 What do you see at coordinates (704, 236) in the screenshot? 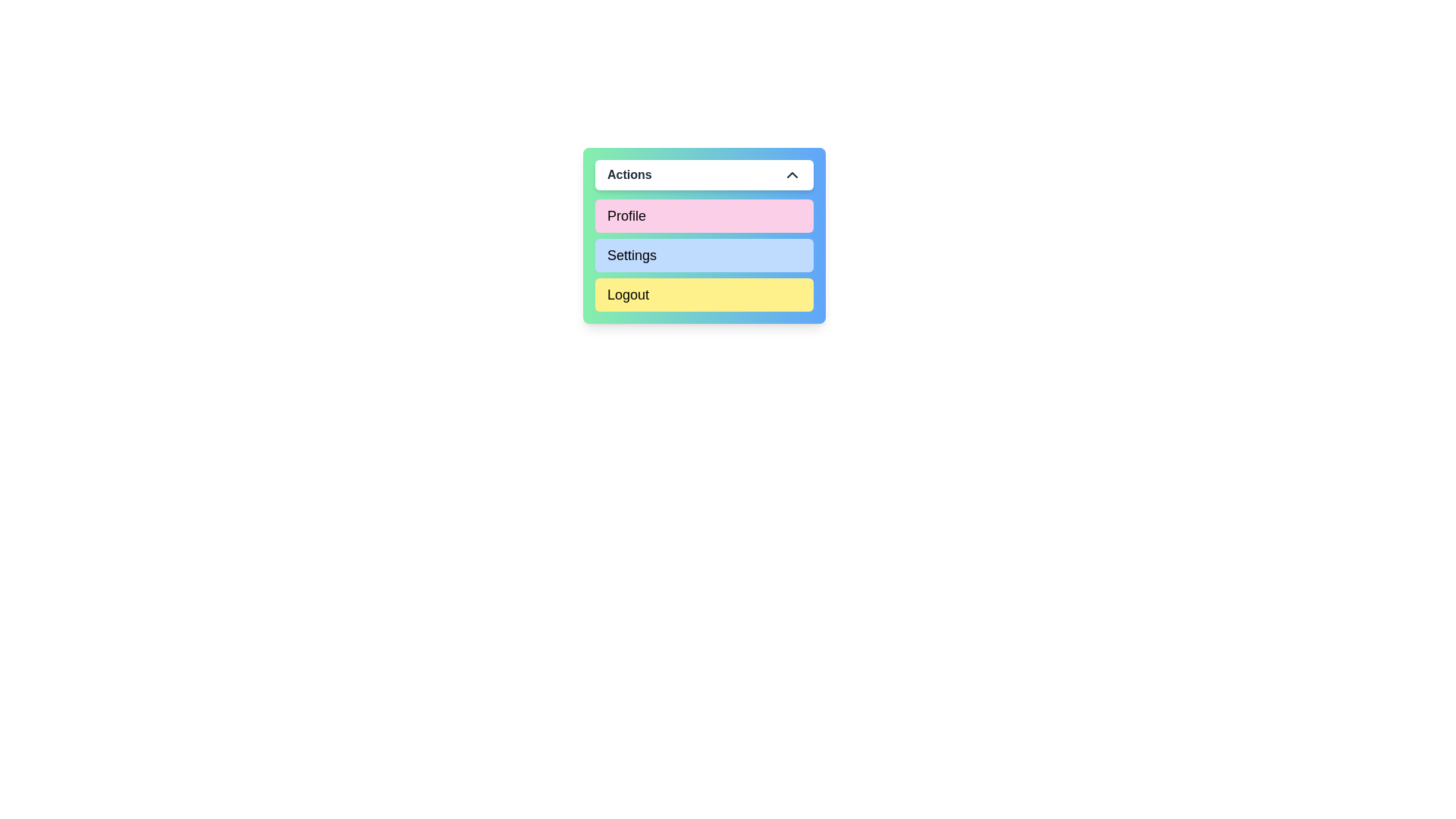
I see `the 'Profile' option in the vertical navigation menu` at bounding box center [704, 236].